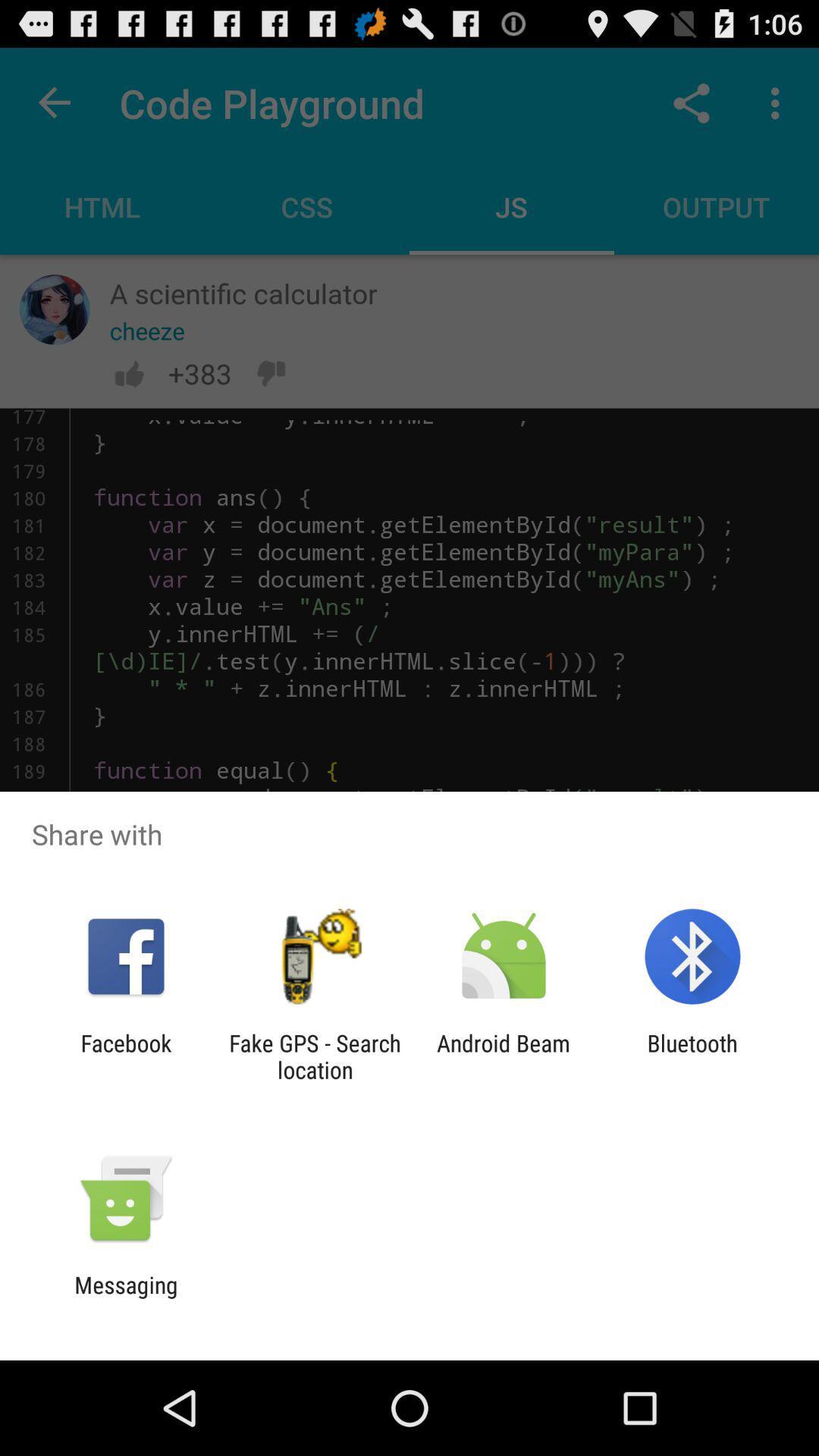  I want to click on the icon next to the facebook icon, so click(314, 1056).